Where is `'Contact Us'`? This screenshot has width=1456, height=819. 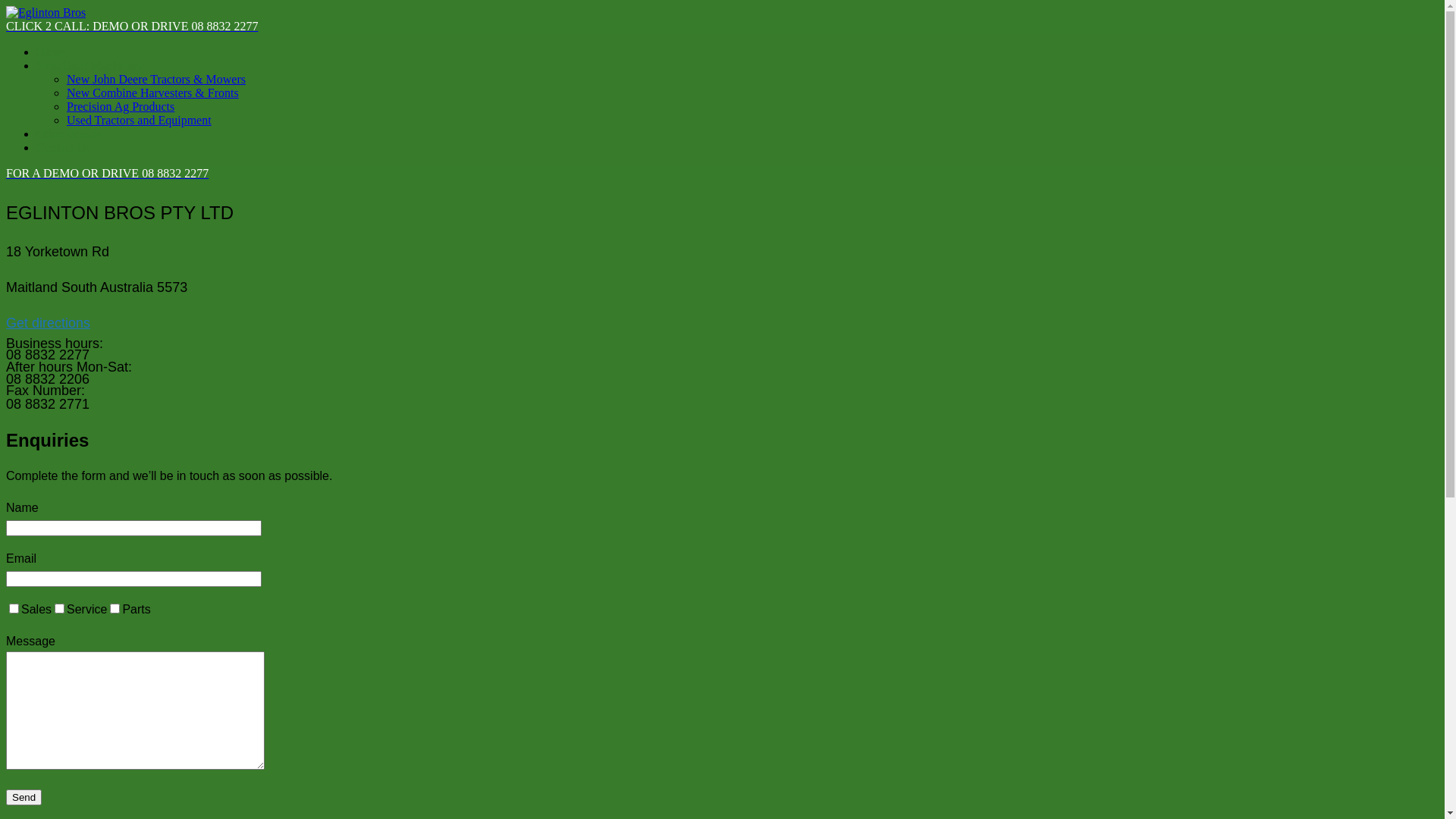
'Contact Us' is located at coordinates (62, 147).